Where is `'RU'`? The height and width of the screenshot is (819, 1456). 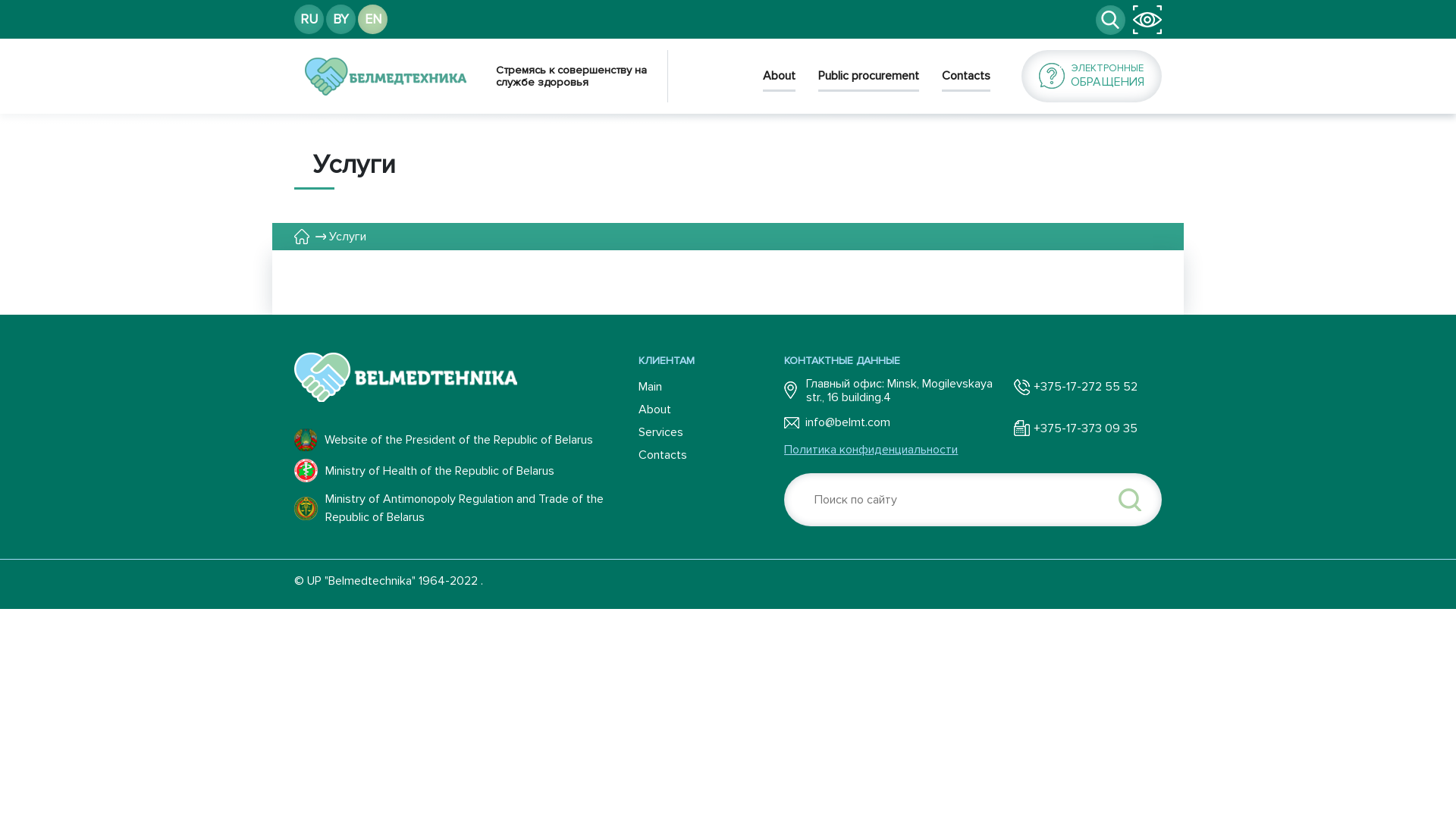
'RU' is located at coordinates (308, 19).